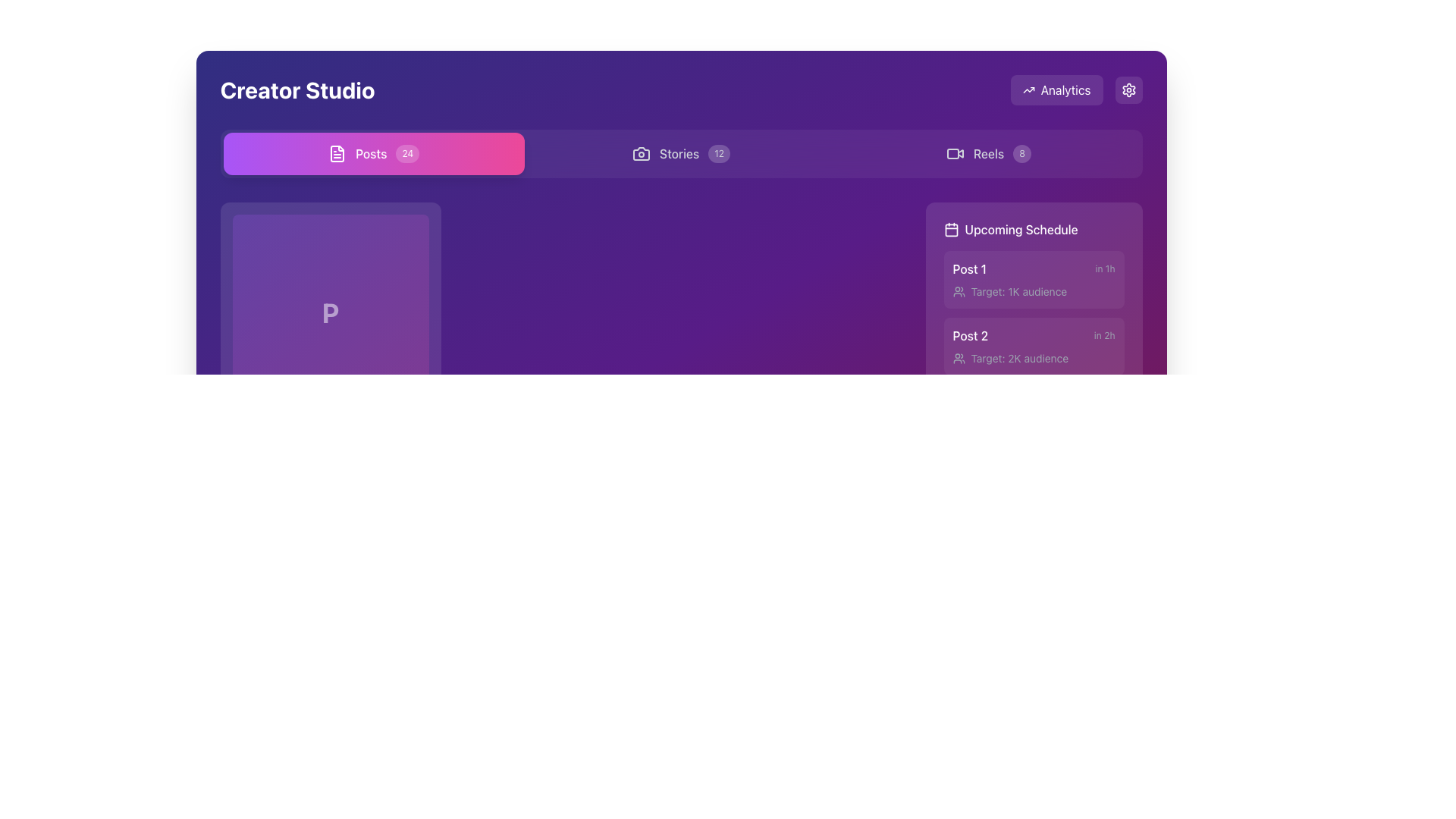  What do you see at coordinates (407, 154) in the screenshot?
I see `the Notification badge located within the 'Posts' button in the navigation bar at the top of the interface` at bounding box center [407, 154].